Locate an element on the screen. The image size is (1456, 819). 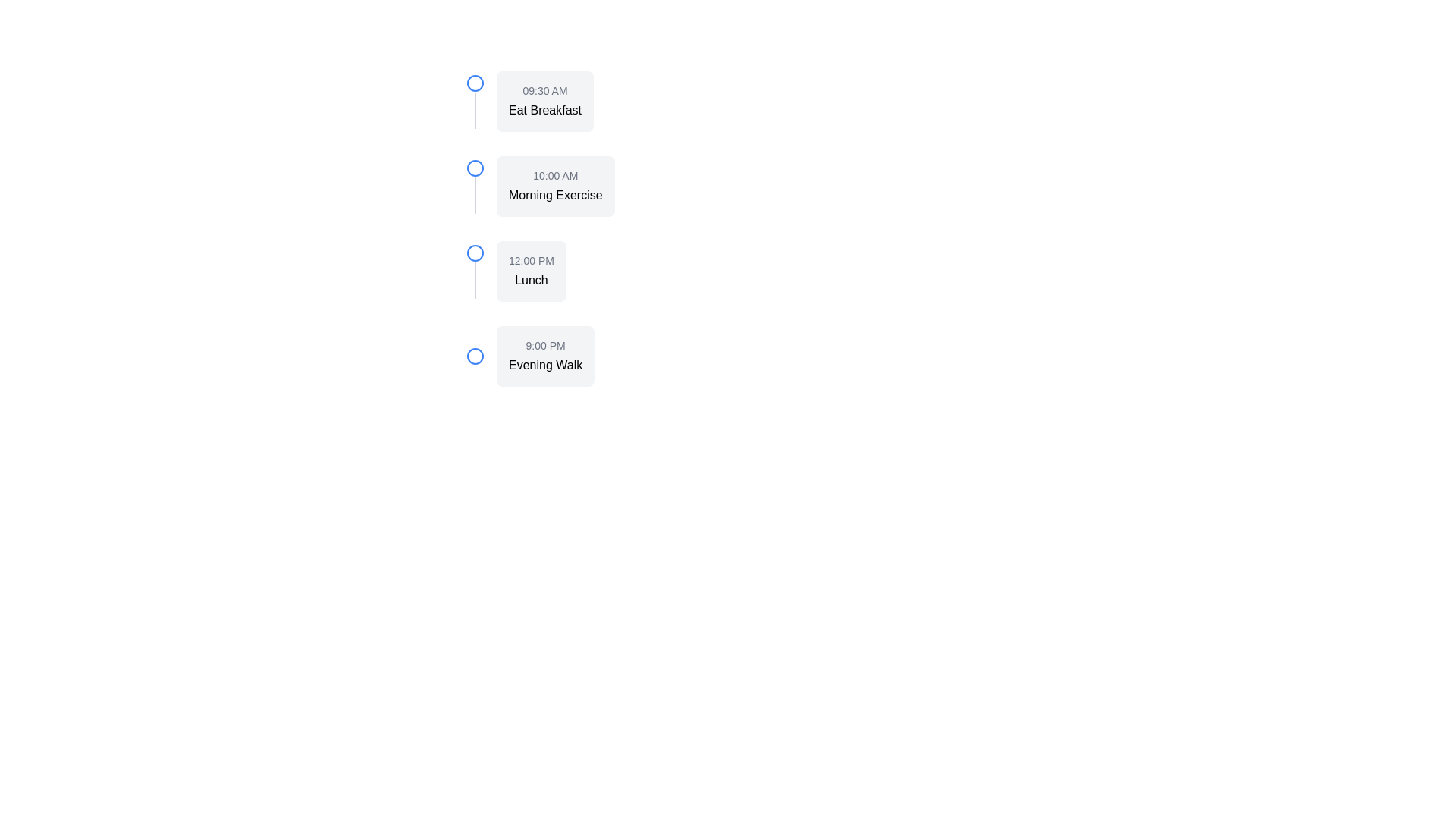
the icon located to the left of the '9:00 PM Evening Walk' text in the timeline UI is located at coordinates (475, 356).